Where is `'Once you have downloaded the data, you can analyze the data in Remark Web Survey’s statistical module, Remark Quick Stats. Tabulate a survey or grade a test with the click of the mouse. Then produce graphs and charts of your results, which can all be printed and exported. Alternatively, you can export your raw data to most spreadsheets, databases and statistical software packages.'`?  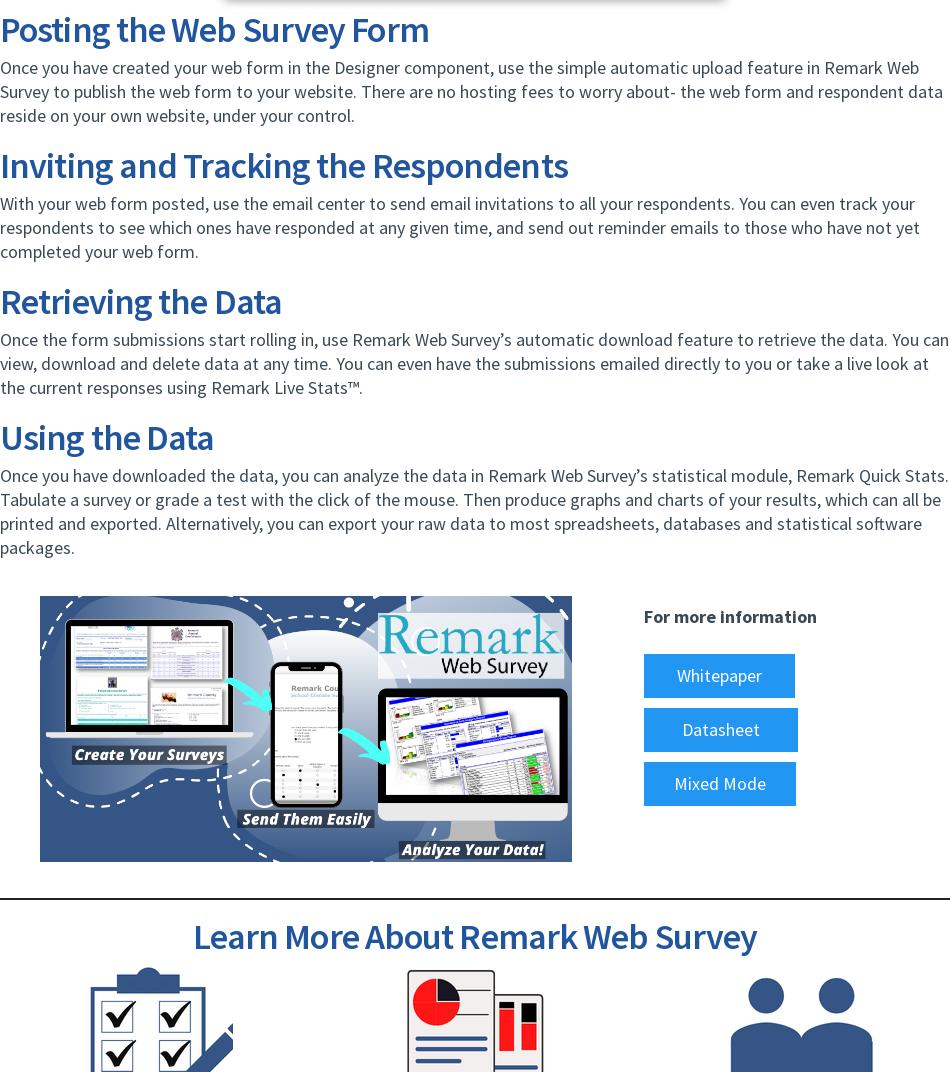 'Once you have downloaded the data, you can analyze the data in Remark Web Survey’s statistical module, Remark Quick Stats. Tabulate a survey or grade a test with the click of the mouse. Then produce graphs and charts of your results, which can all be printed and exported. Alternatively, you can export your raw data to most spreadsheets, databases and statistical software packages.' is located at coordinates (473, 511).